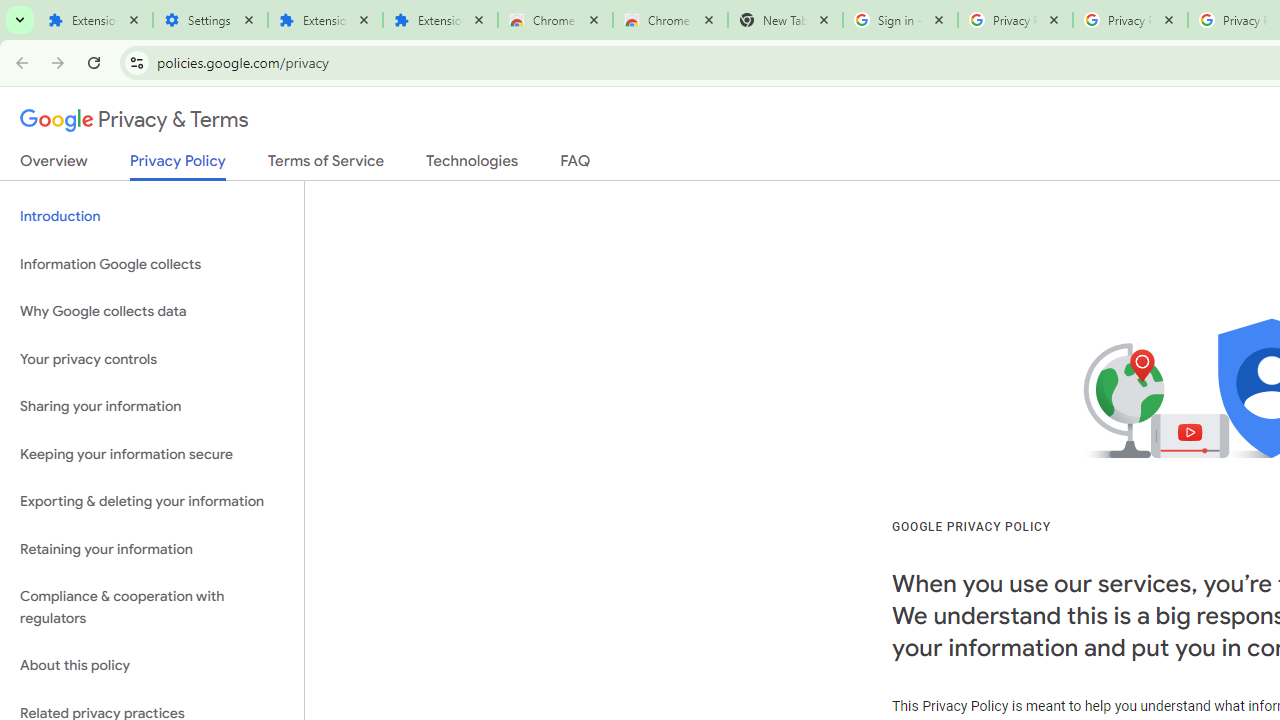 This screenshot has width=1280, height=720. I want to click on 'Introduction', so click(151, 217).